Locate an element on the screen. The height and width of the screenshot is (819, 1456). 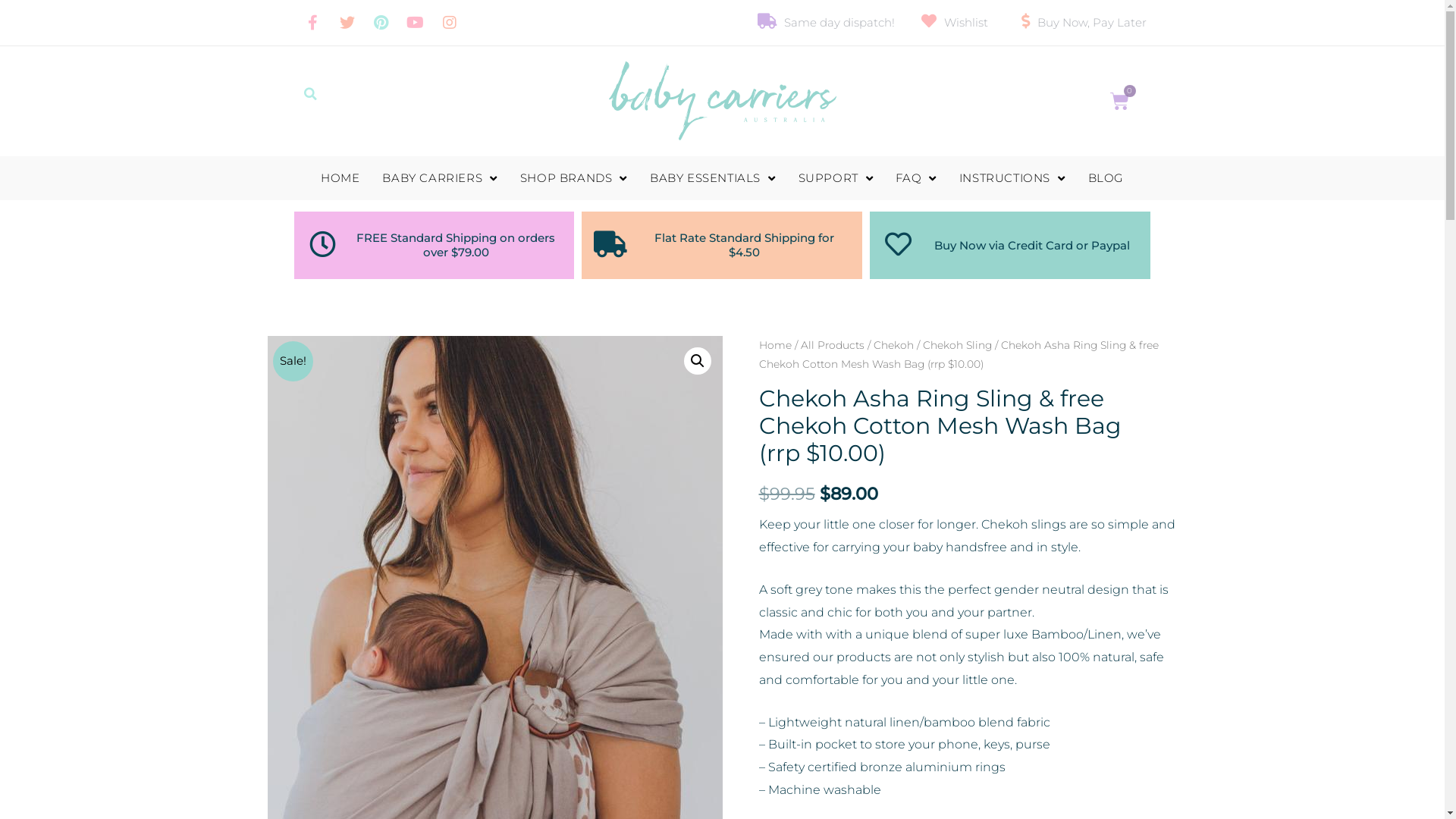
'Home' is located at coordinates (774, 345).